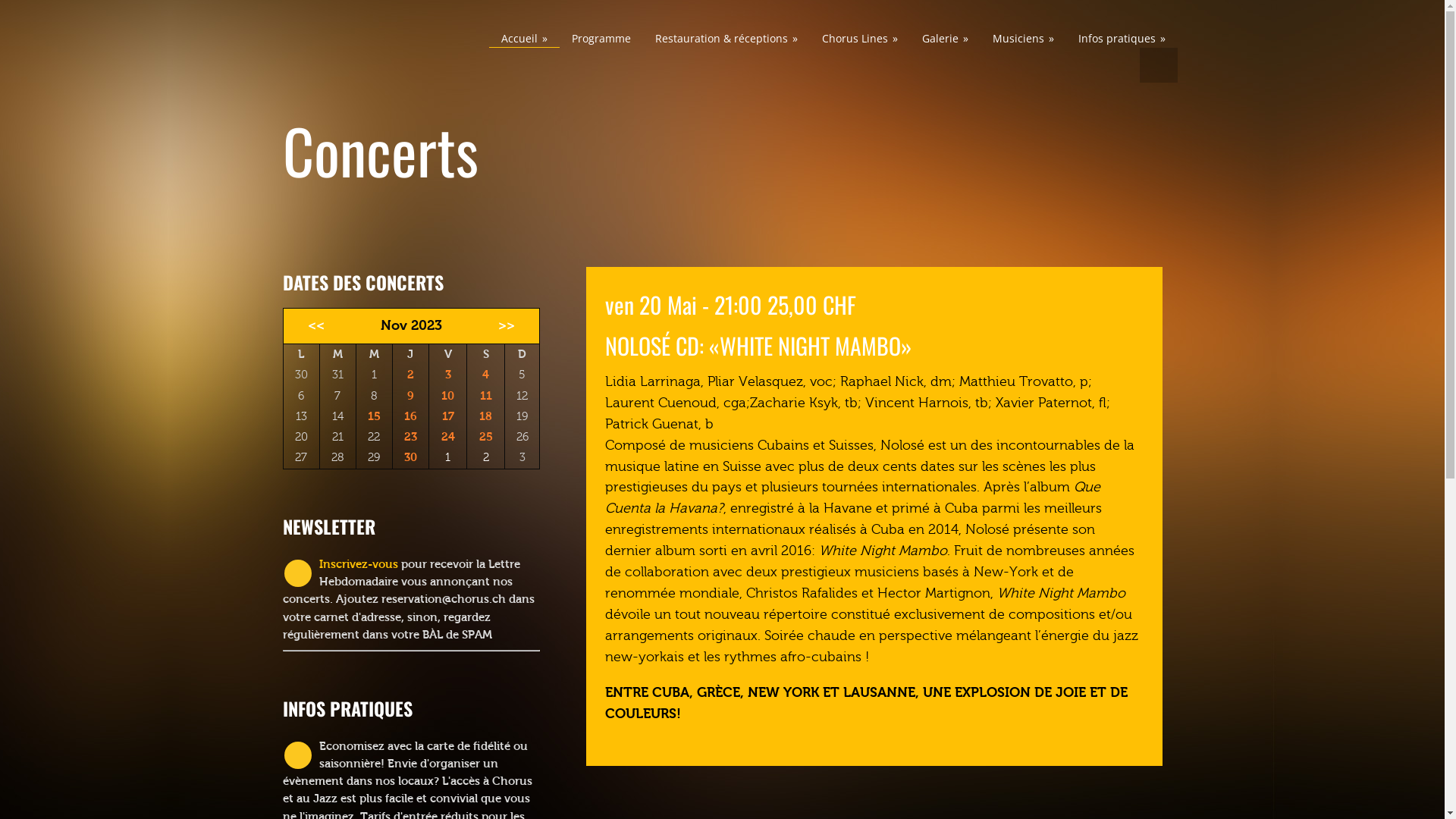 Image resolution: width=1456 pixels, height=819 pixels. What do you see at coordinates (511, 325) in the screenshot?
I see `'>>'` at bounding box center [511, 325].